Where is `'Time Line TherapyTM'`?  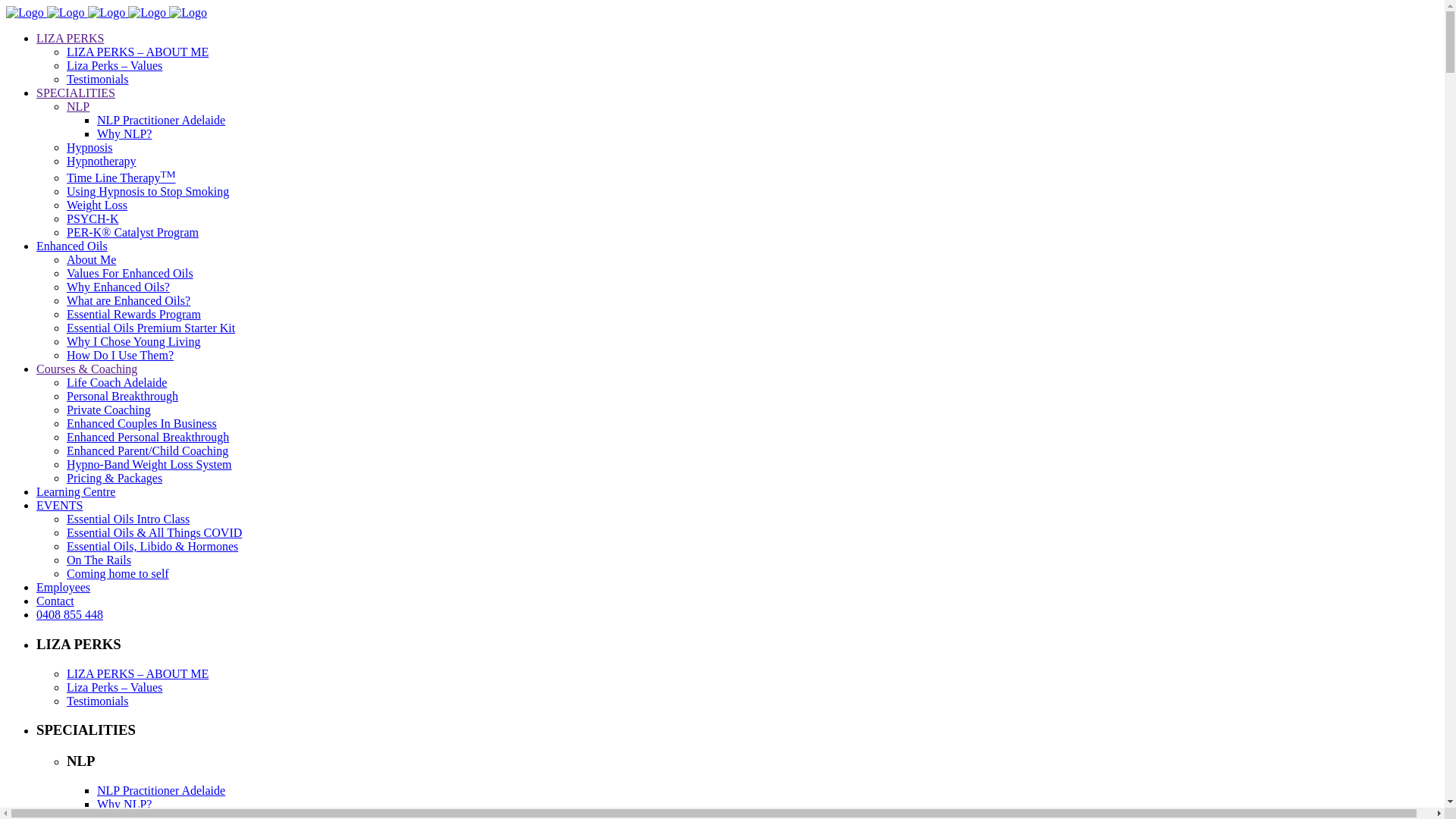 'Time Line TherapyTM' is located at coordinates (120, 177).